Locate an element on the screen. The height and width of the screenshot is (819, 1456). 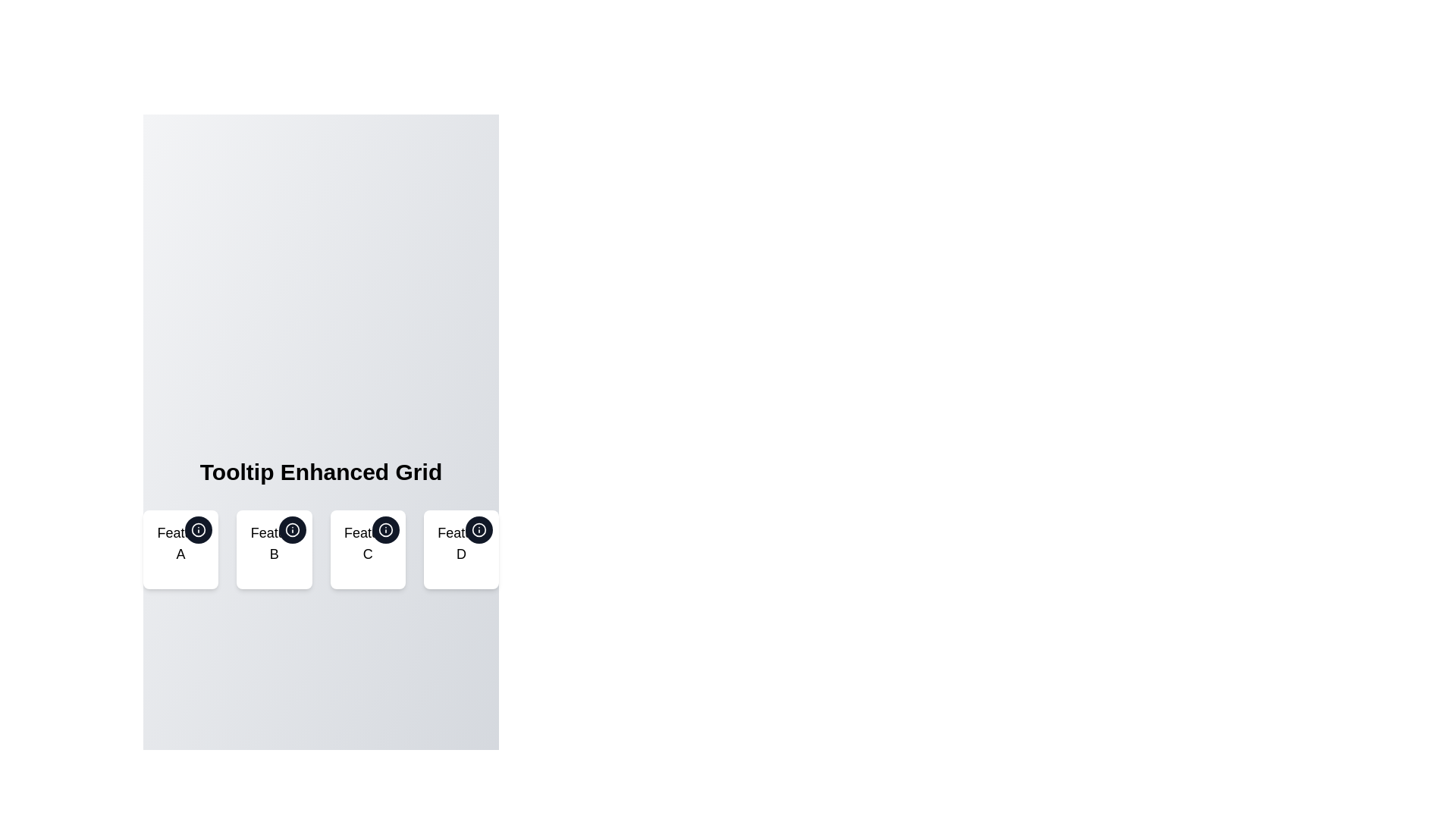
the text label 'Feature B' located within the second card of a horizontal grid under the title 'Tooltip Enhanced Grid' is located at coordinates (274, 543).